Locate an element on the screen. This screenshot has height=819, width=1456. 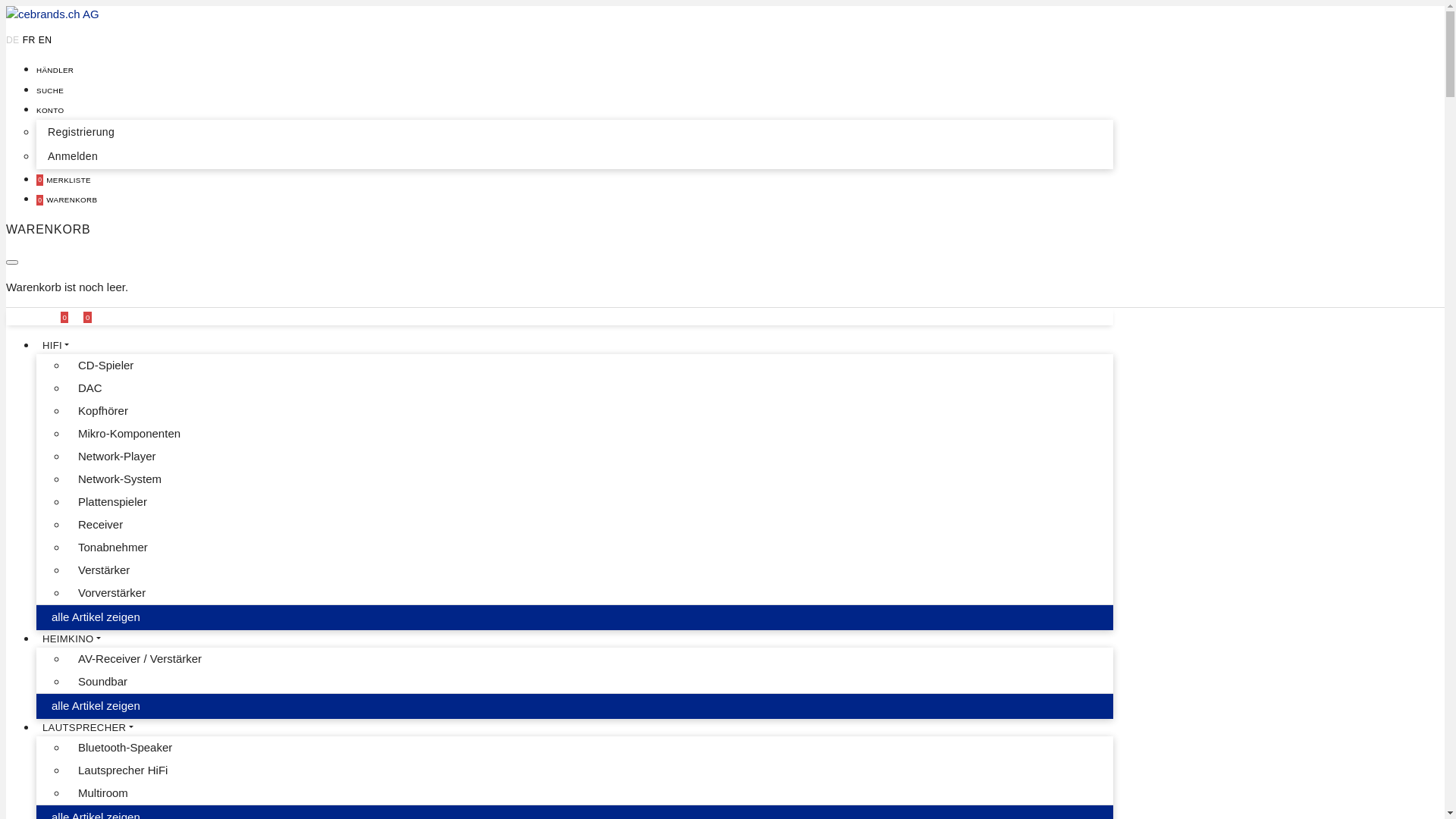
'Network-Player' is located at coordinates (153, 455).